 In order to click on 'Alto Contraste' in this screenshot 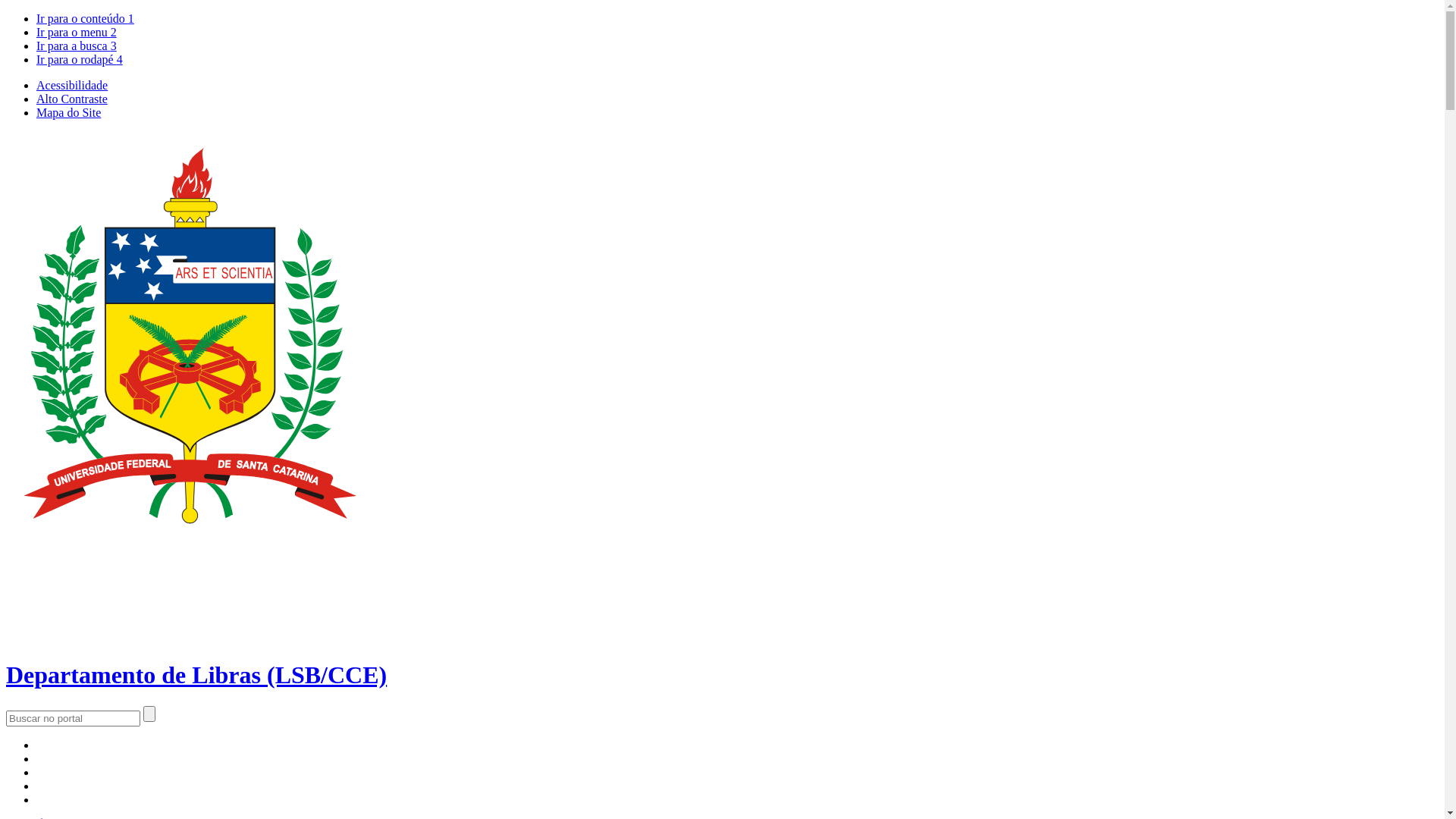, I will do `click(71, 99)`.